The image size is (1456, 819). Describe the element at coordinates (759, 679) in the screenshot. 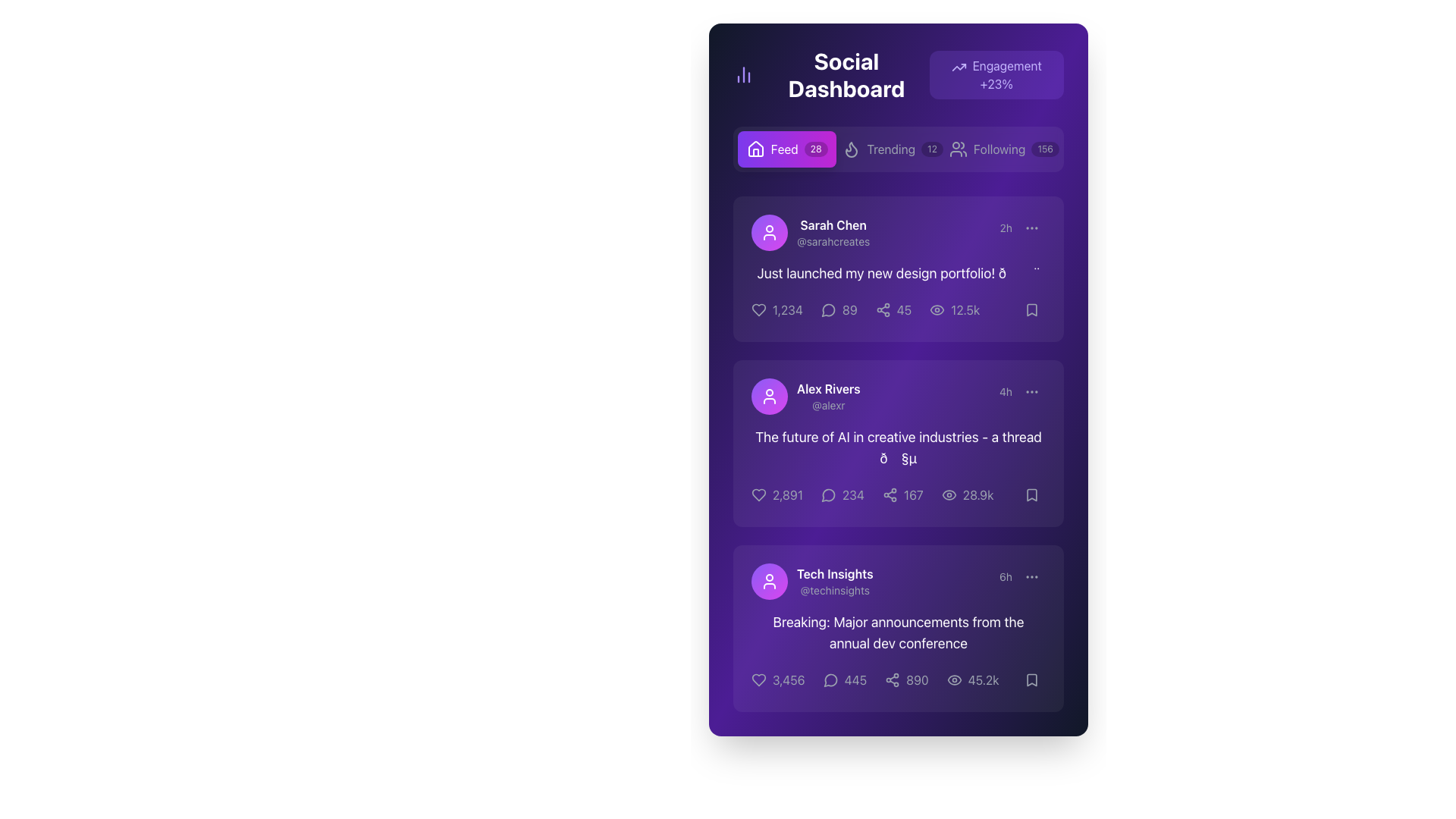

I see `the heart-shaped icon outlined in white to like or unlike the associated content, which is positioned to the left of the numerical text '3,456'` at that location.